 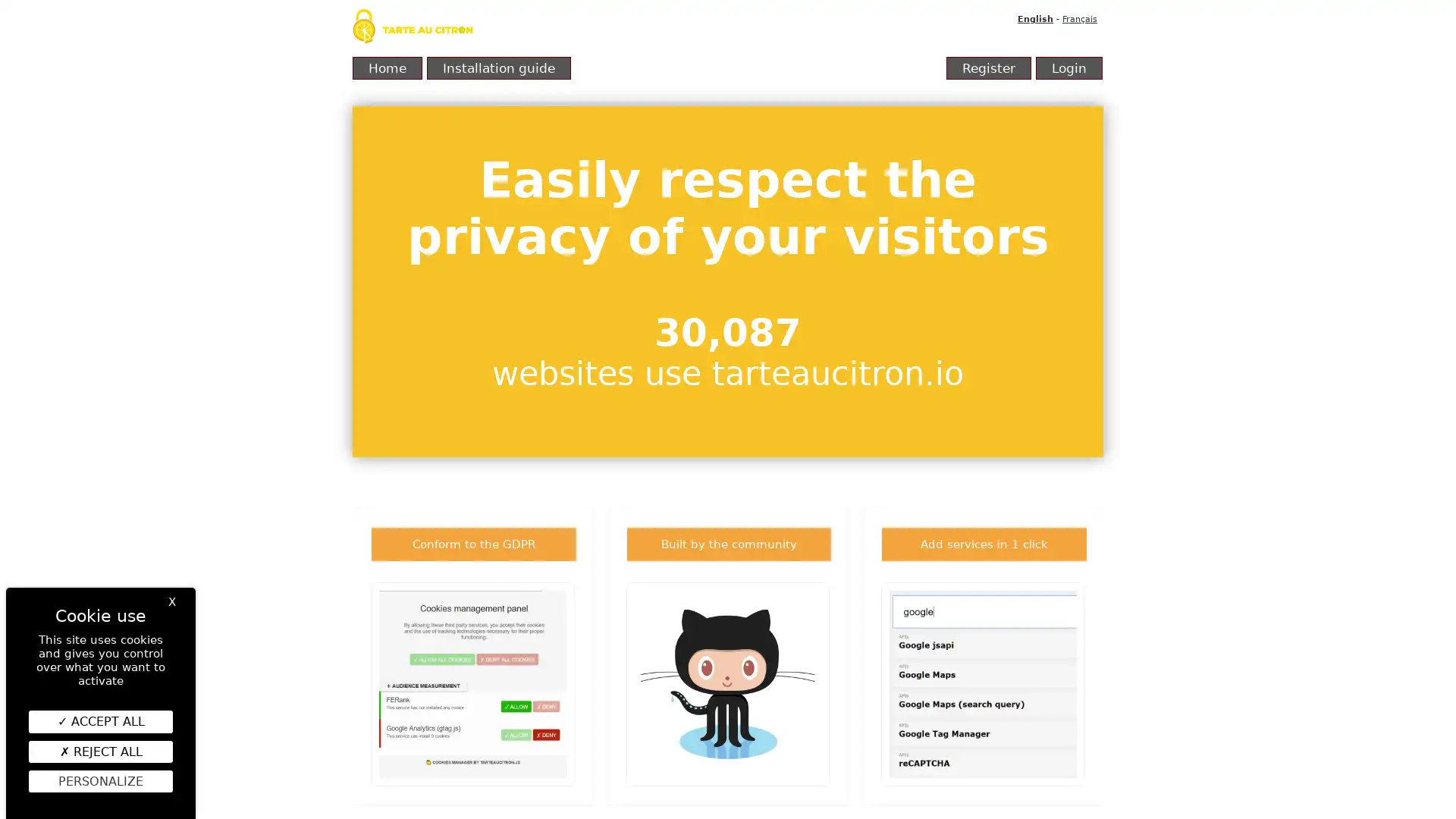 I want to click on ACCEPT ALL, so click(x=100, y=720).